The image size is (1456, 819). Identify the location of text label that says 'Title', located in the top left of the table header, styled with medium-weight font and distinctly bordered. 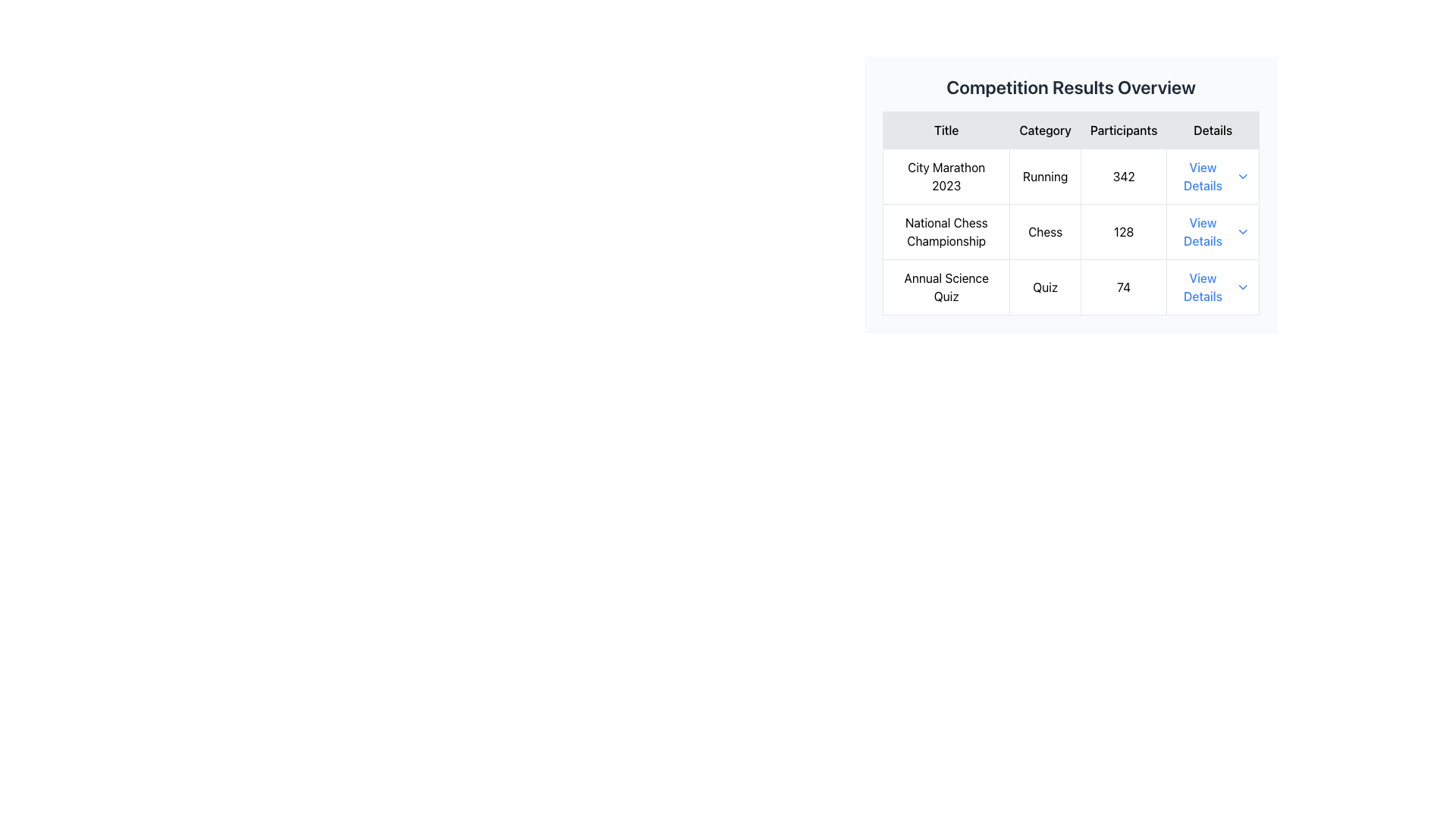
(946, 130).